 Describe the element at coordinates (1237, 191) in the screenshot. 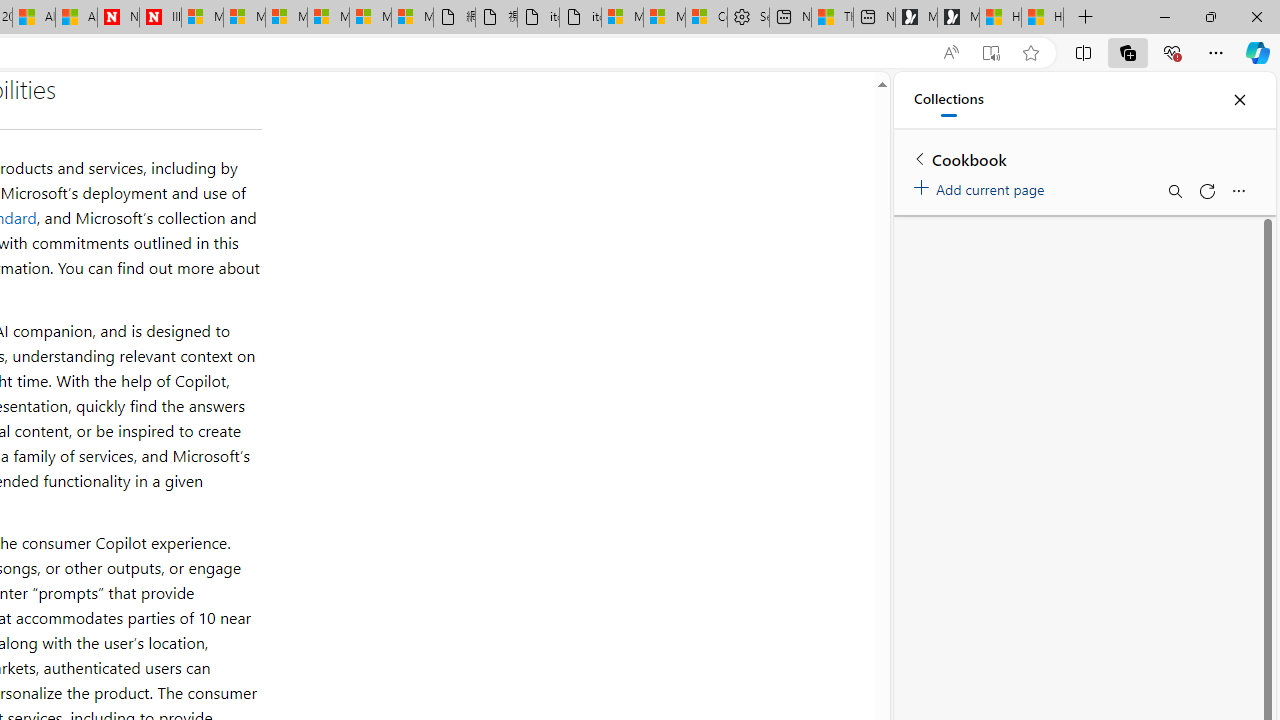

I see `'More options menu'` at that location.